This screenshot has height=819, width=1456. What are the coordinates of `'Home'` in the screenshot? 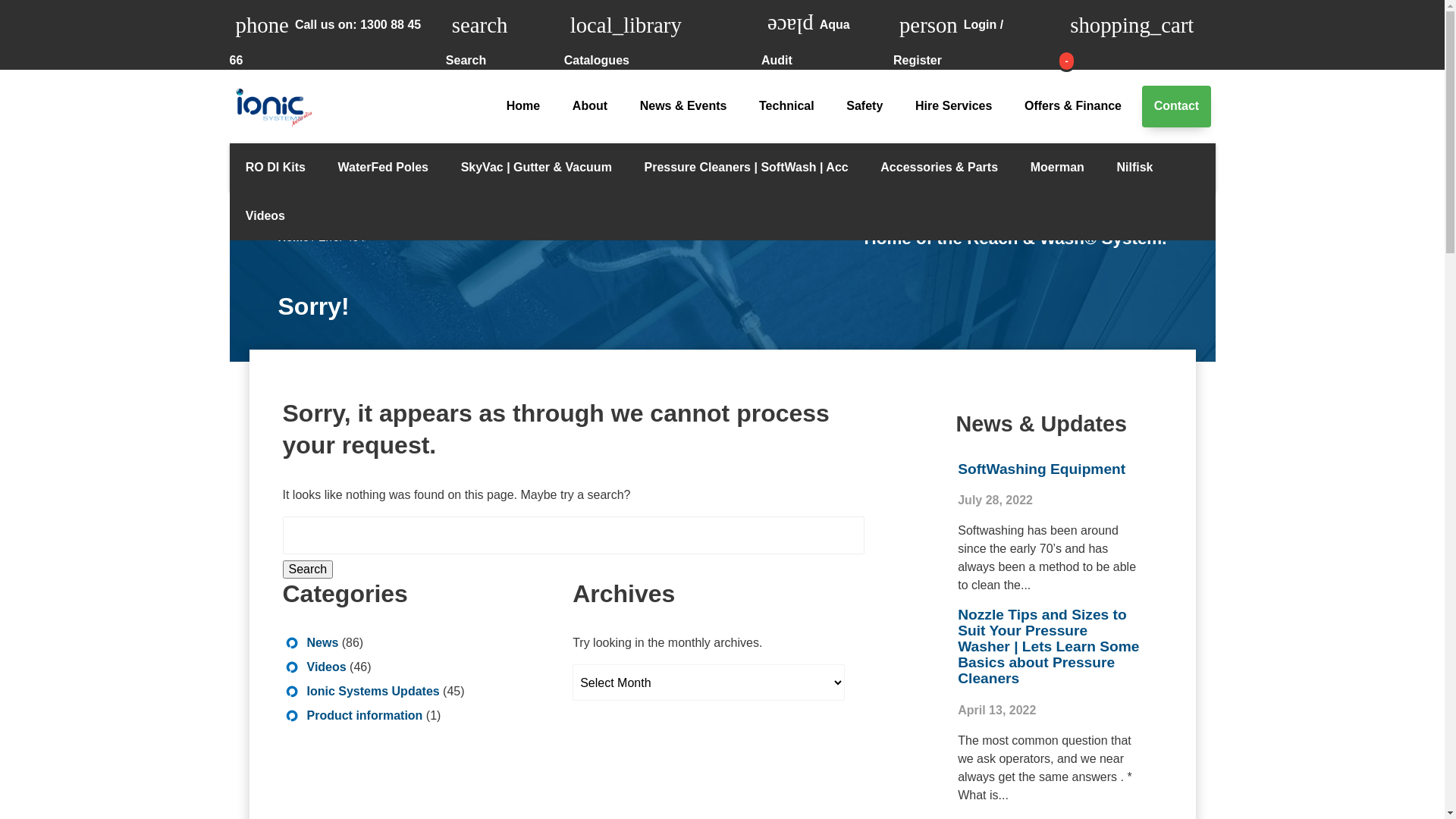 It's located at (522, 105).